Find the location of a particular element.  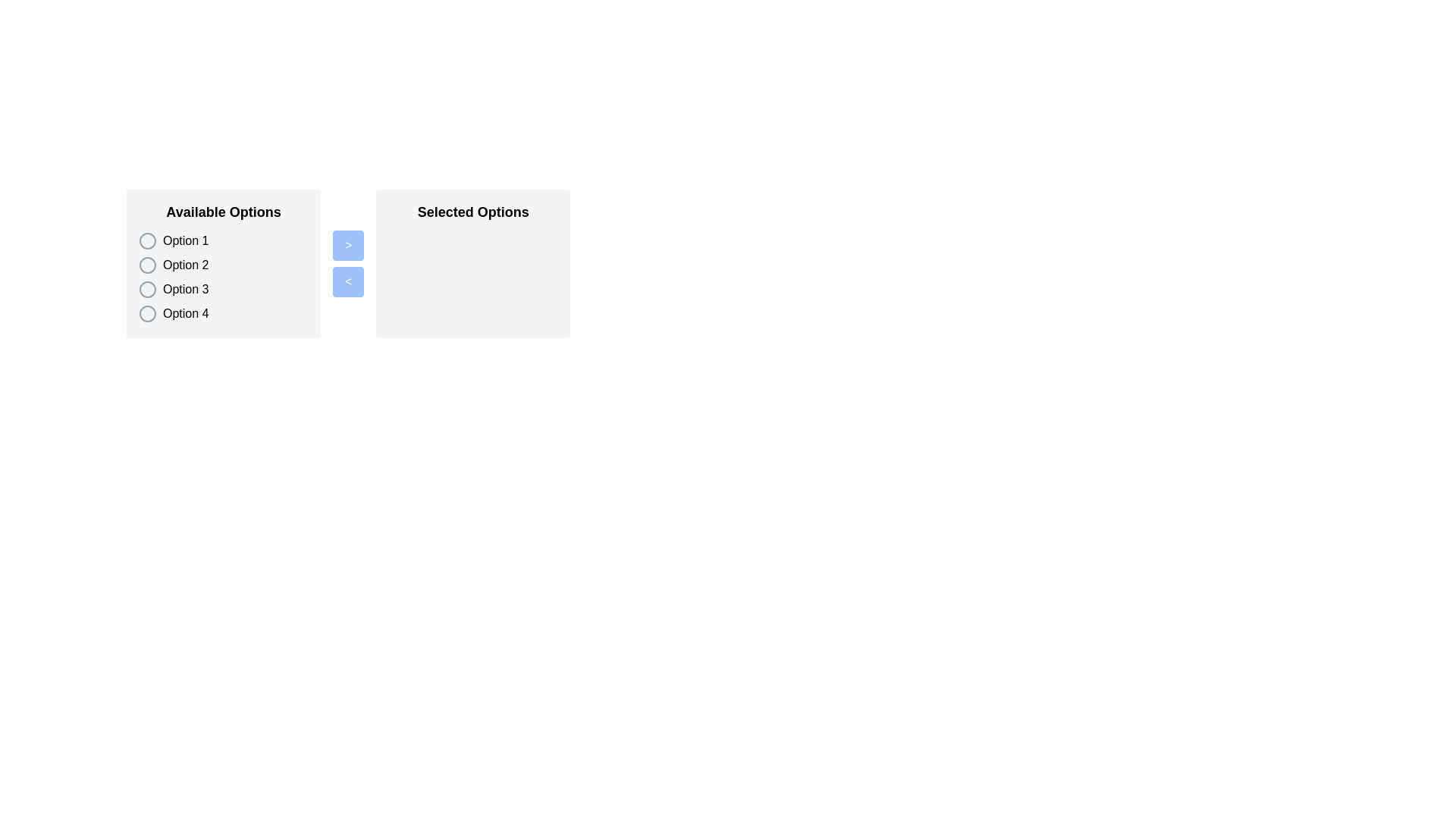

the selectable marker for 'Option 4' in the list of radio buttons located under the Available Options section is located at coordinates (148, 312).